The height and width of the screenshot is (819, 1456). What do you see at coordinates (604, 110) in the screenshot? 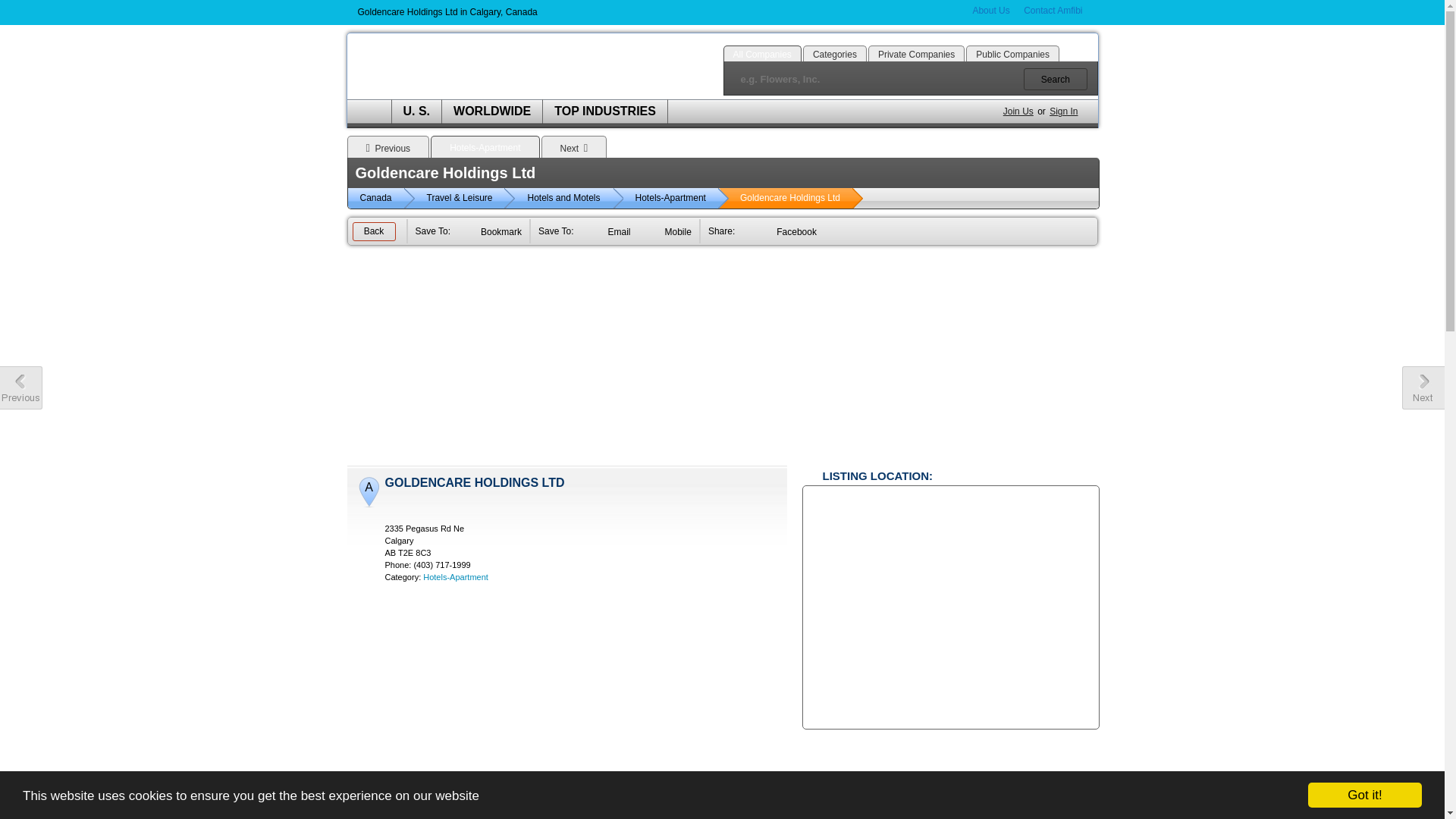
I see `'TOP INDUSTRIES'` at bounding box center [604, 110].